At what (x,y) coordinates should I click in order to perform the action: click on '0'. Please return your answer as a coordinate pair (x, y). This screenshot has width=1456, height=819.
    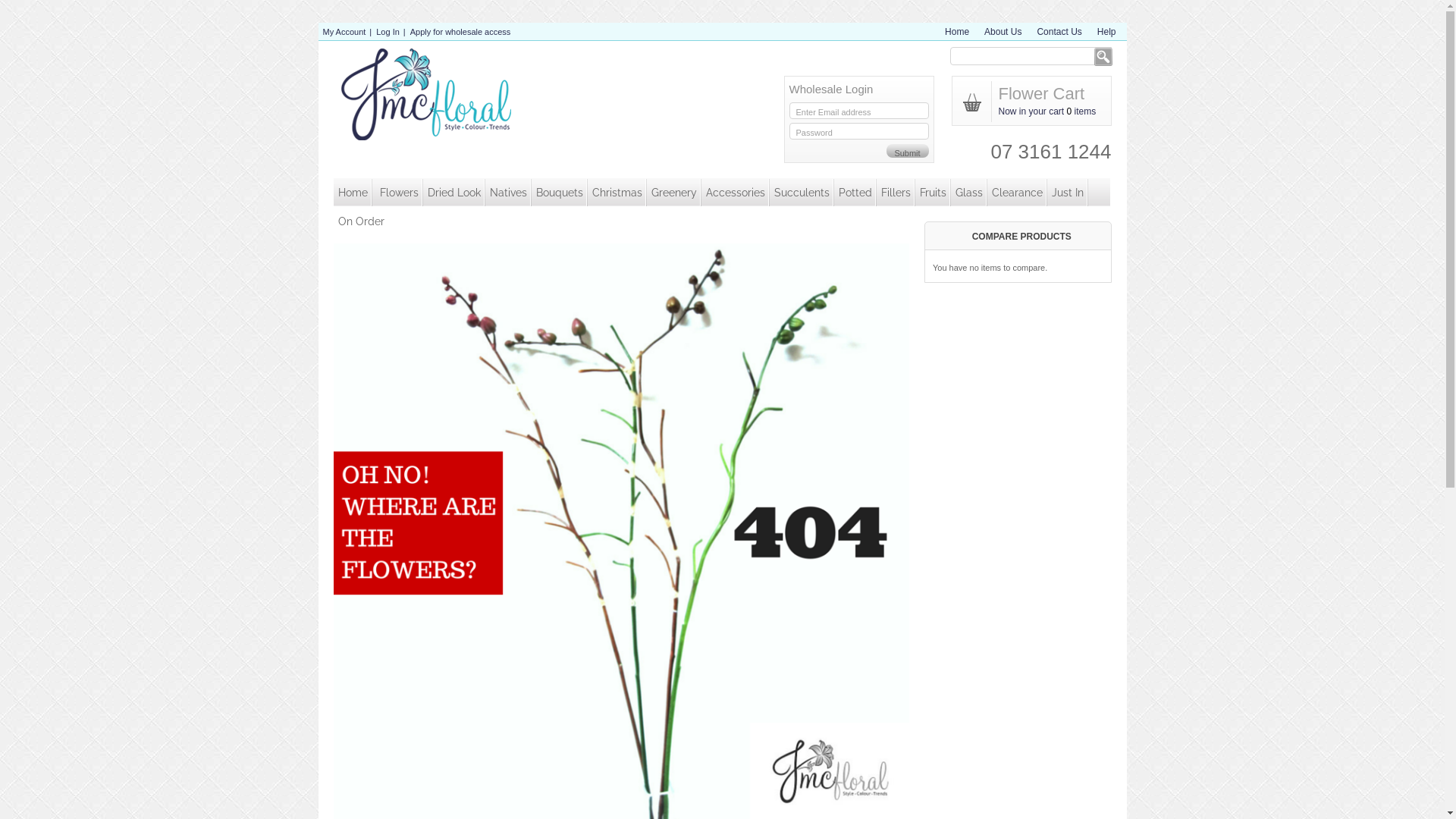
    Looking at the image, I should click on (1068, 110).